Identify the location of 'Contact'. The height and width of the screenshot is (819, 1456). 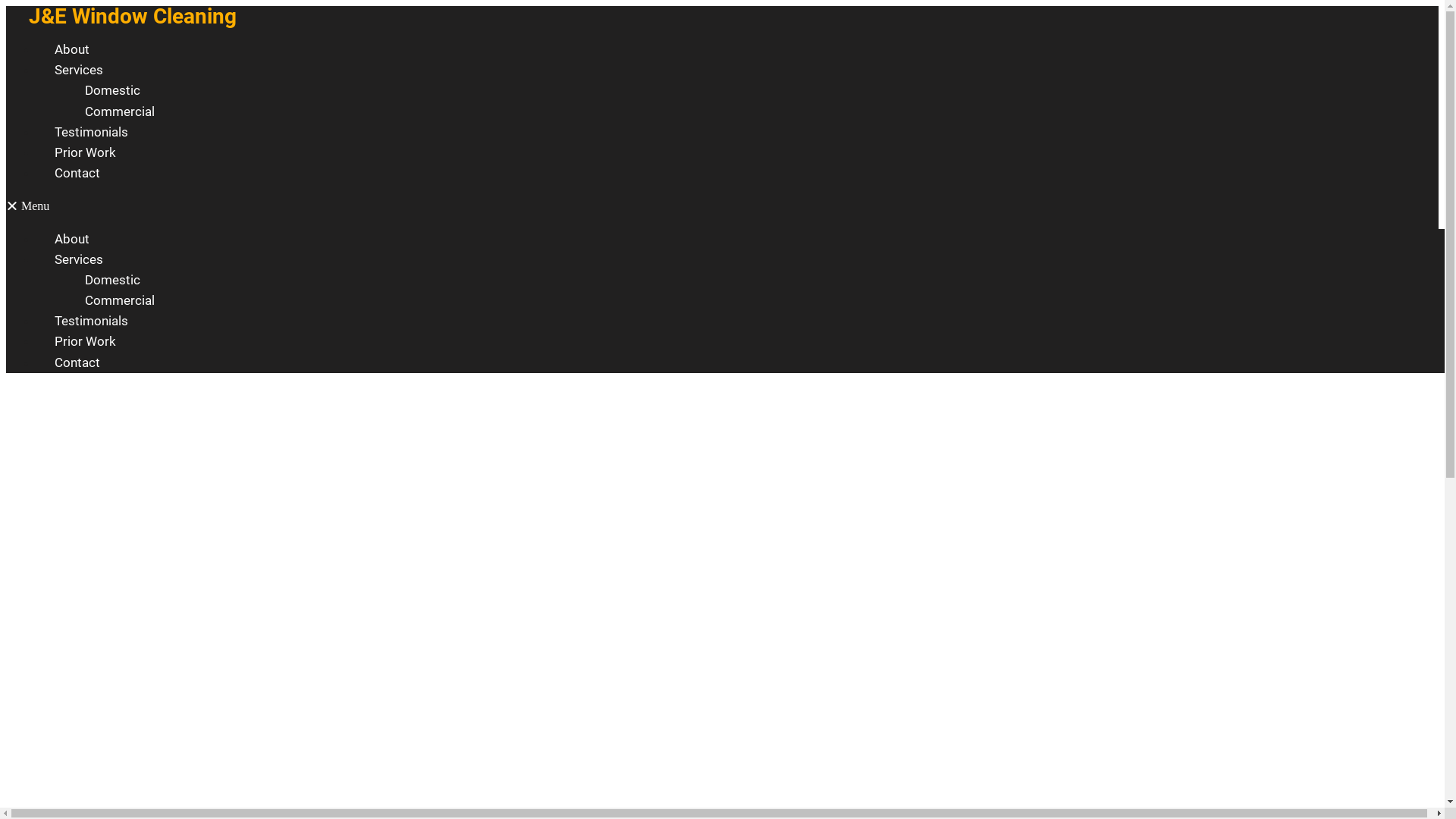
(76, 362).